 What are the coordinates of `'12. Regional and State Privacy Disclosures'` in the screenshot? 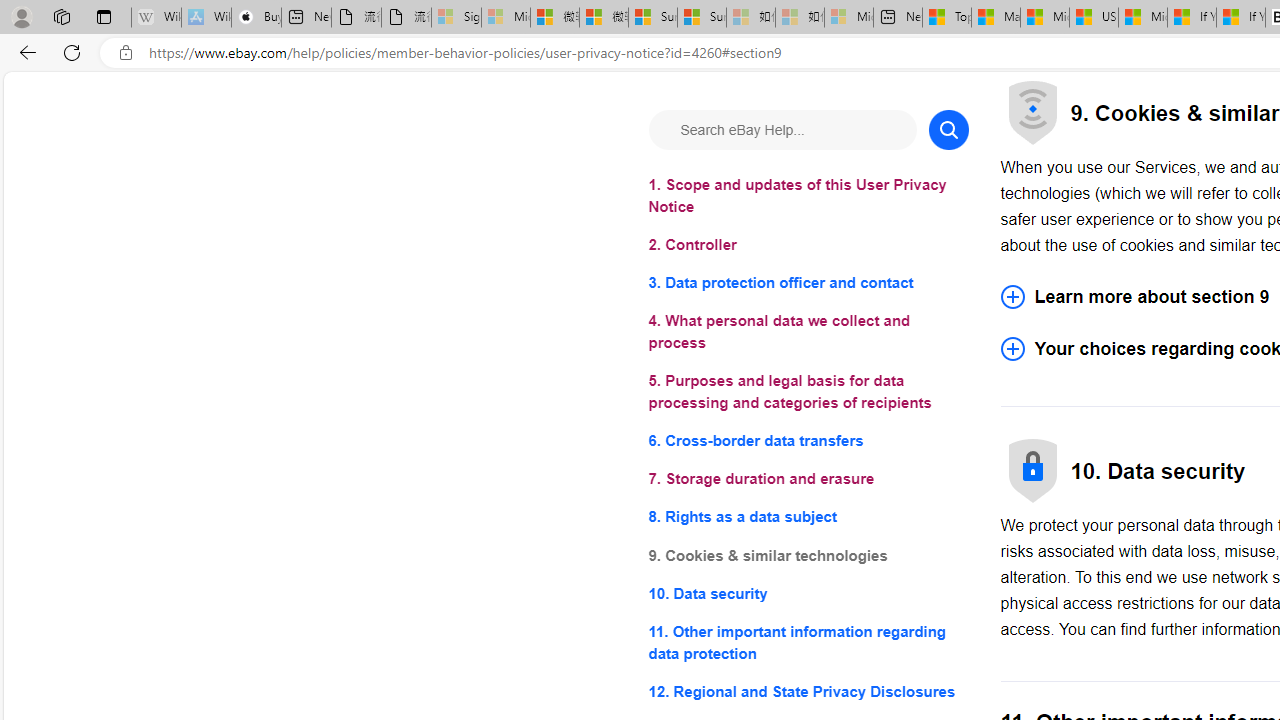 It's located at (808, 690).